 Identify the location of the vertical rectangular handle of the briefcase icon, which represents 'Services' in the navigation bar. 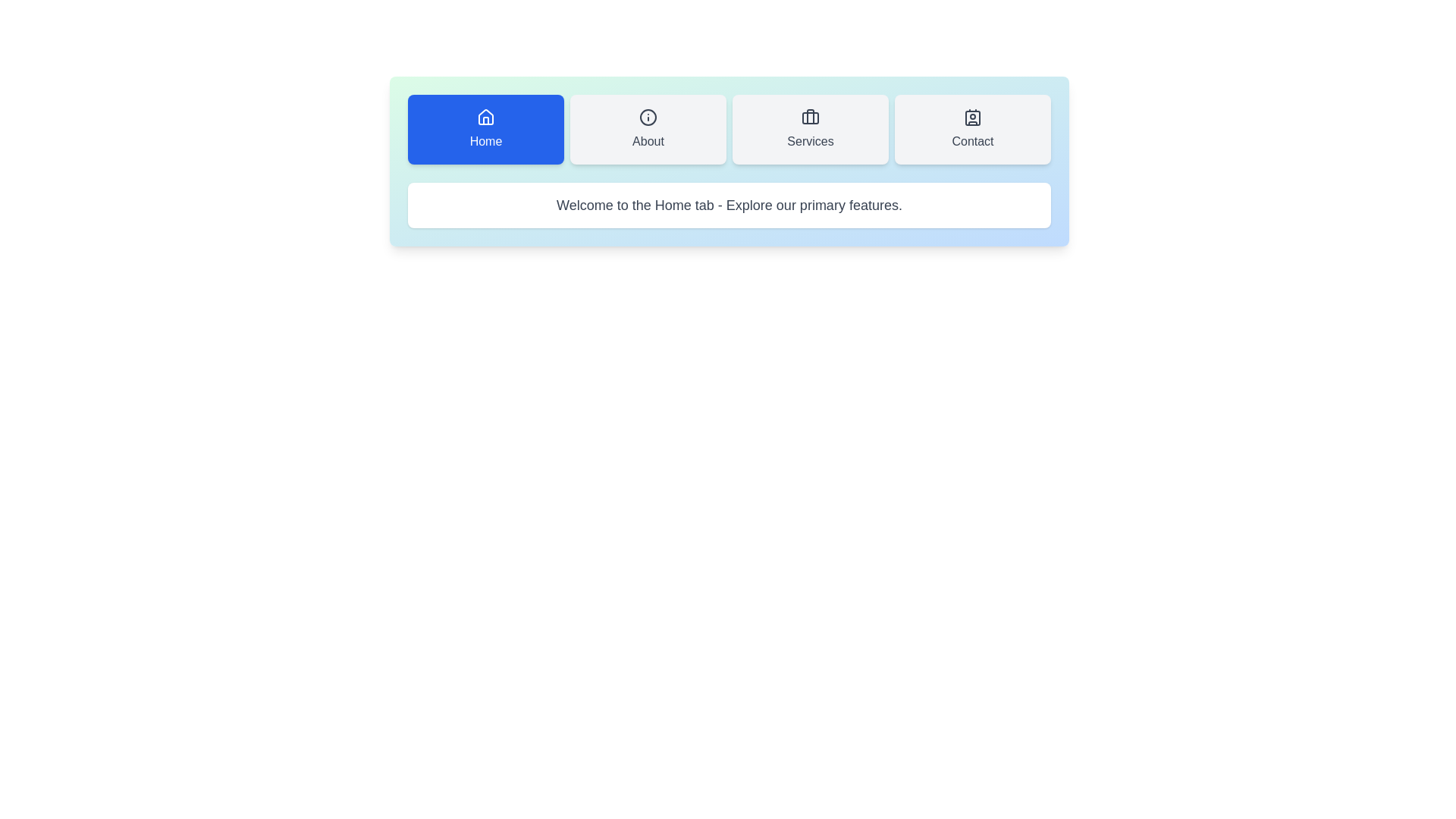
(810, 116).